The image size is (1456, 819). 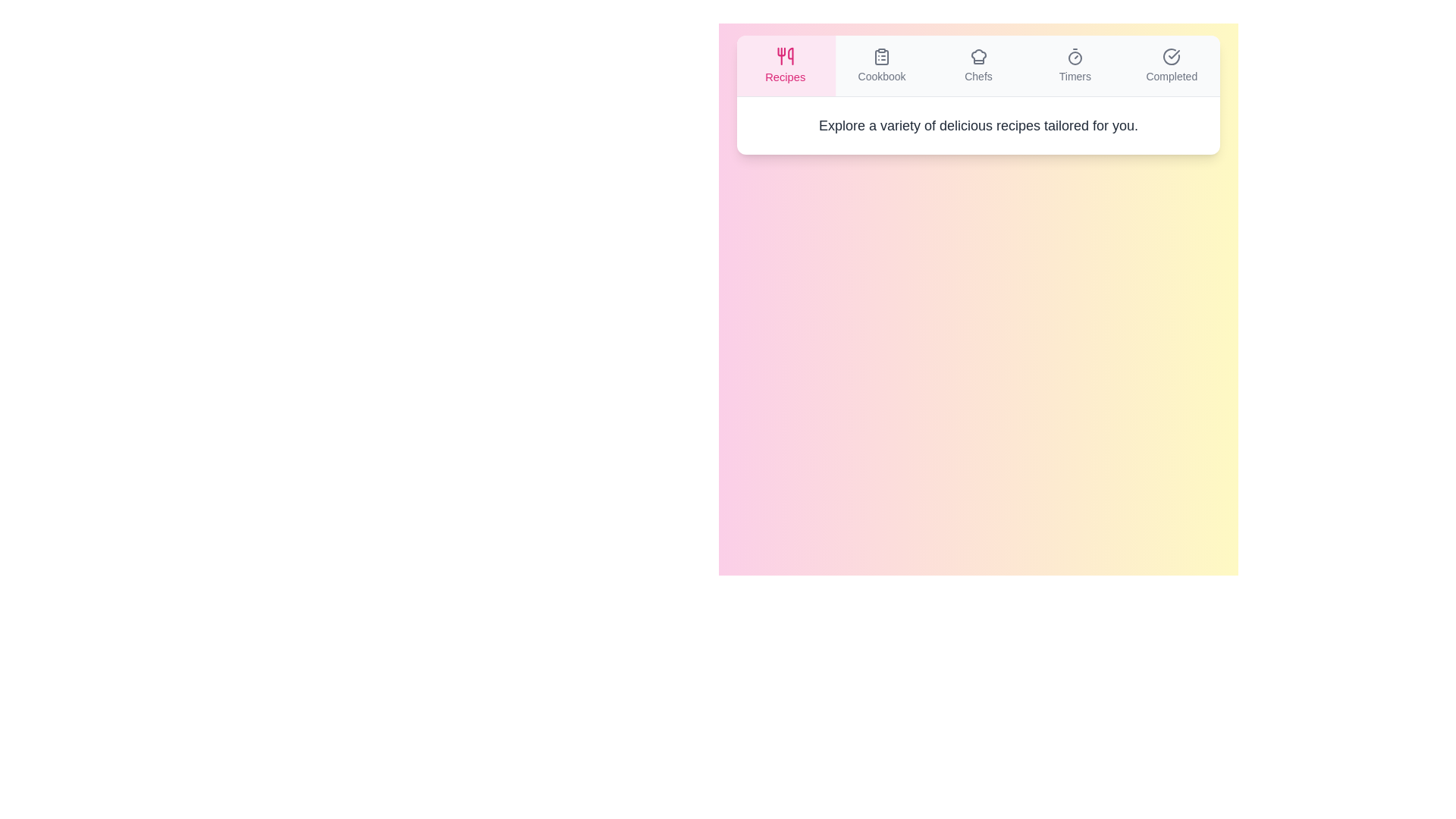 What do you see at coordinates (785, 65) in the screenshot?
I see `the tab labeled Recipes to view its associated content` at bounding box center [785, 65].